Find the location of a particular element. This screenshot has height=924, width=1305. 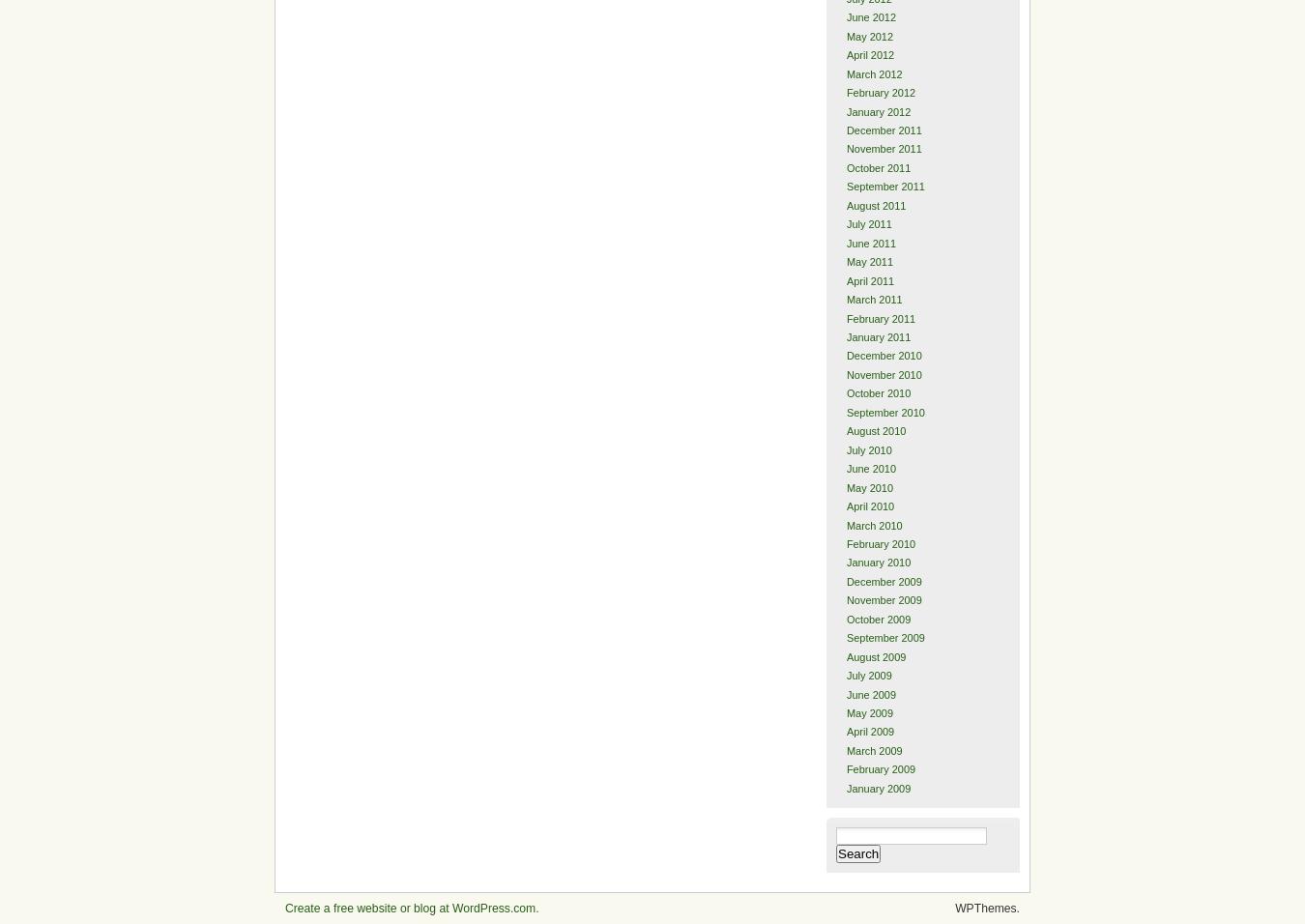

'November 2010' is located at coordinates (882, 373).